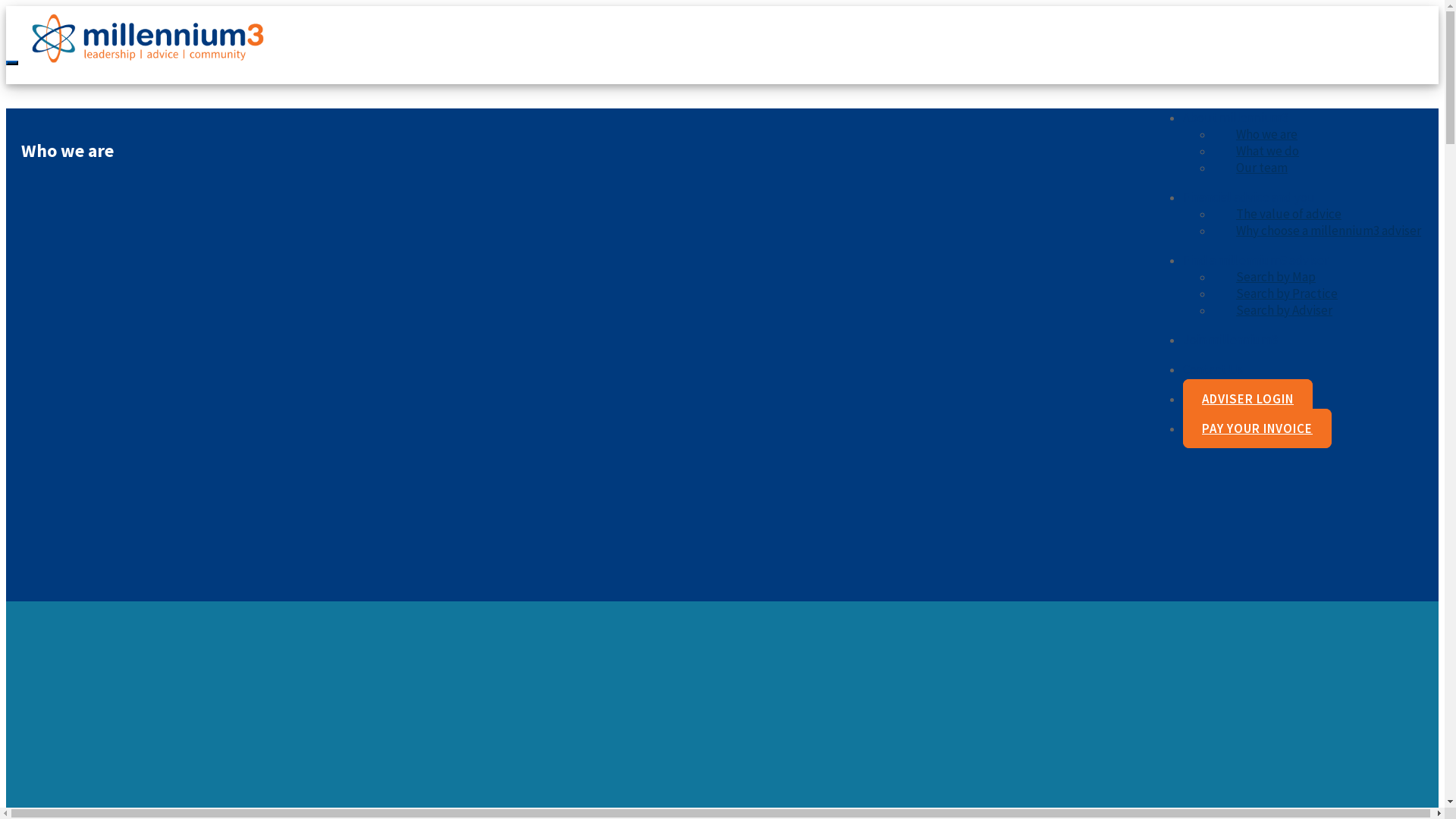  I want to click on 'Financial advice and you', so click(1248, 196).